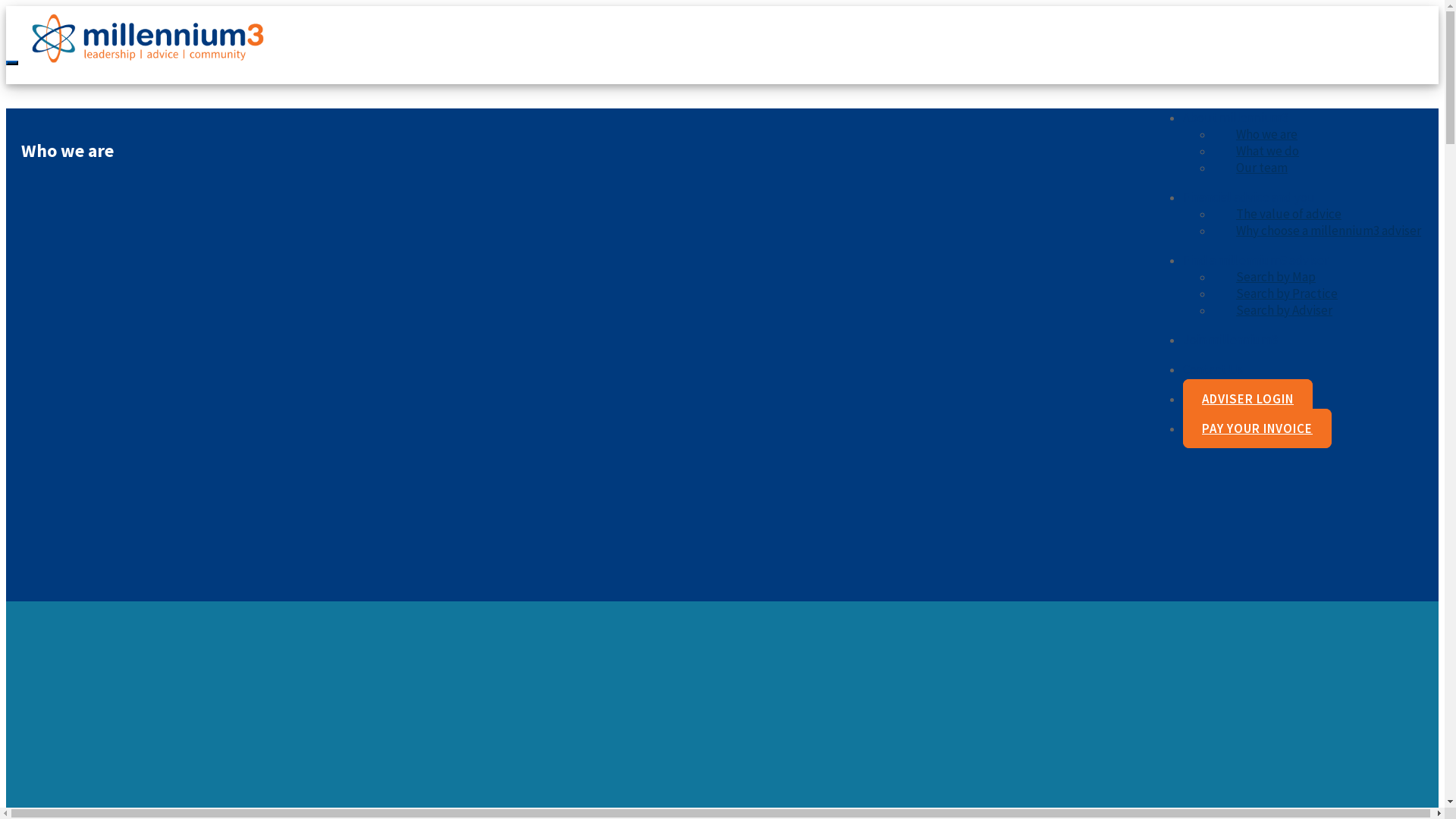  I want to click on 'Financial advice and you', so click(1248, 196).